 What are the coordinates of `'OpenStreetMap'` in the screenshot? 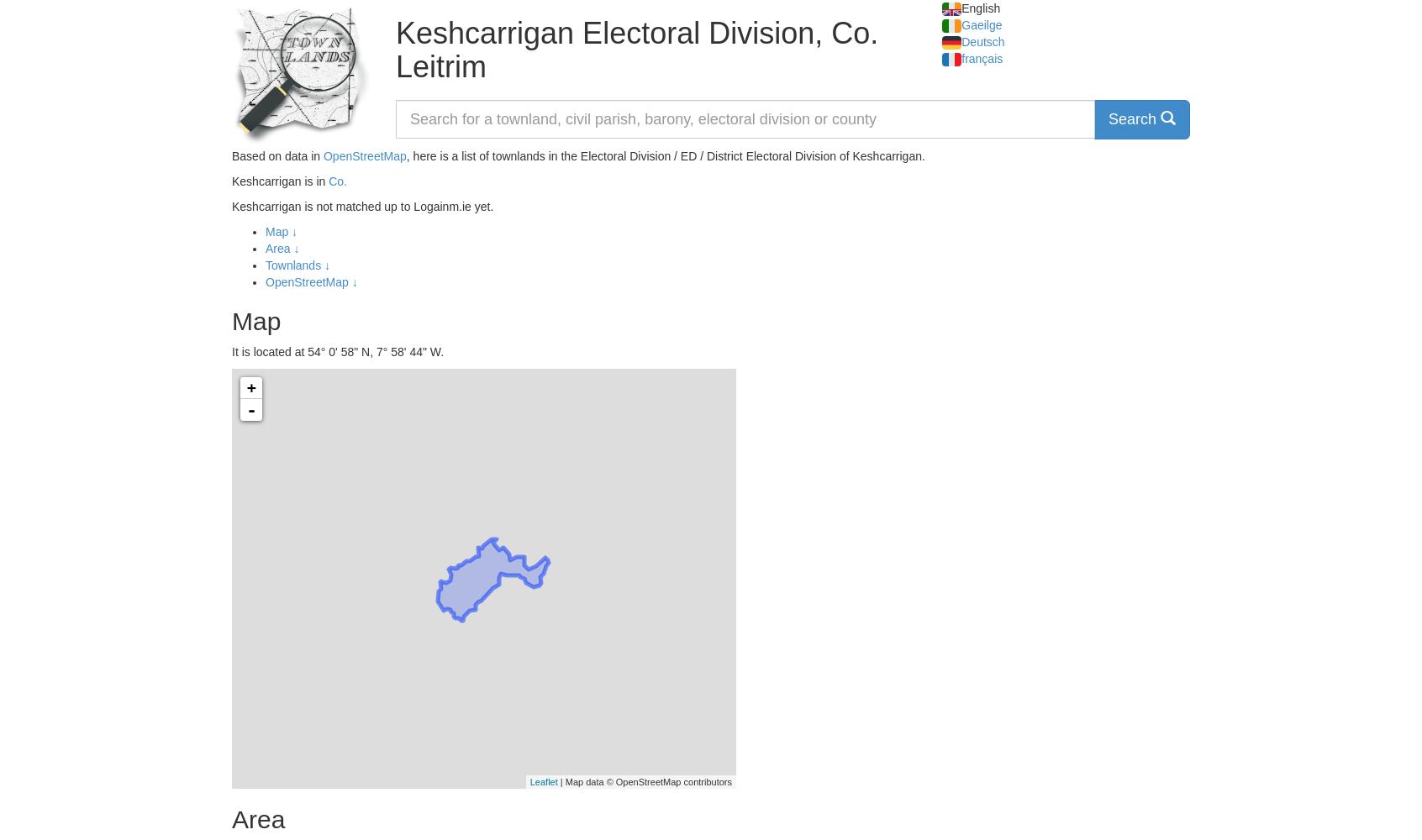 It's located at (323, 156).